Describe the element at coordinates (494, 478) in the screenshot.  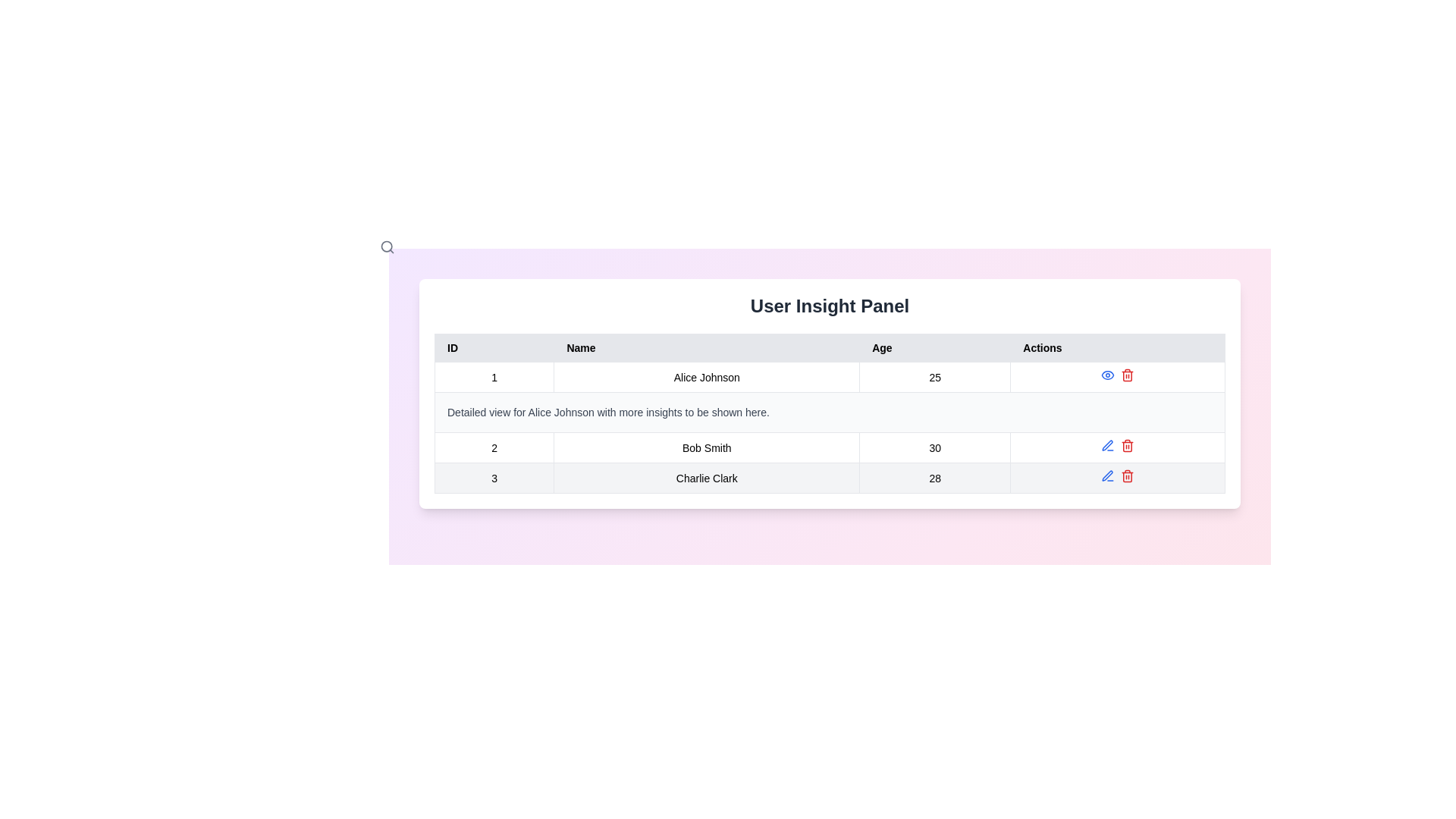
I see `text '3' from the Table Cell element in the ID column, located in the first column of the fourth row of the table` at that location.